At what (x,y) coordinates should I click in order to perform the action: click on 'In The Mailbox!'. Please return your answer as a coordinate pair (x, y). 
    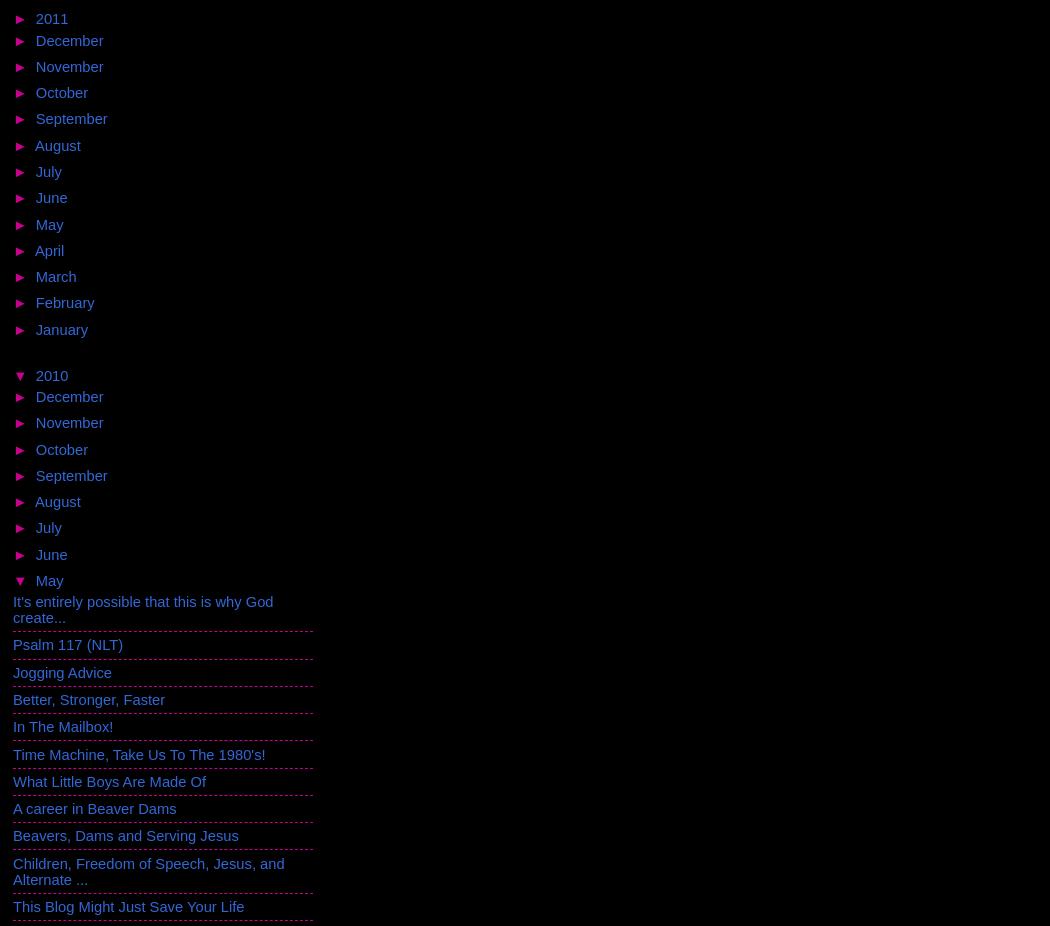
    Looking at the image, I should click on (62, 727).